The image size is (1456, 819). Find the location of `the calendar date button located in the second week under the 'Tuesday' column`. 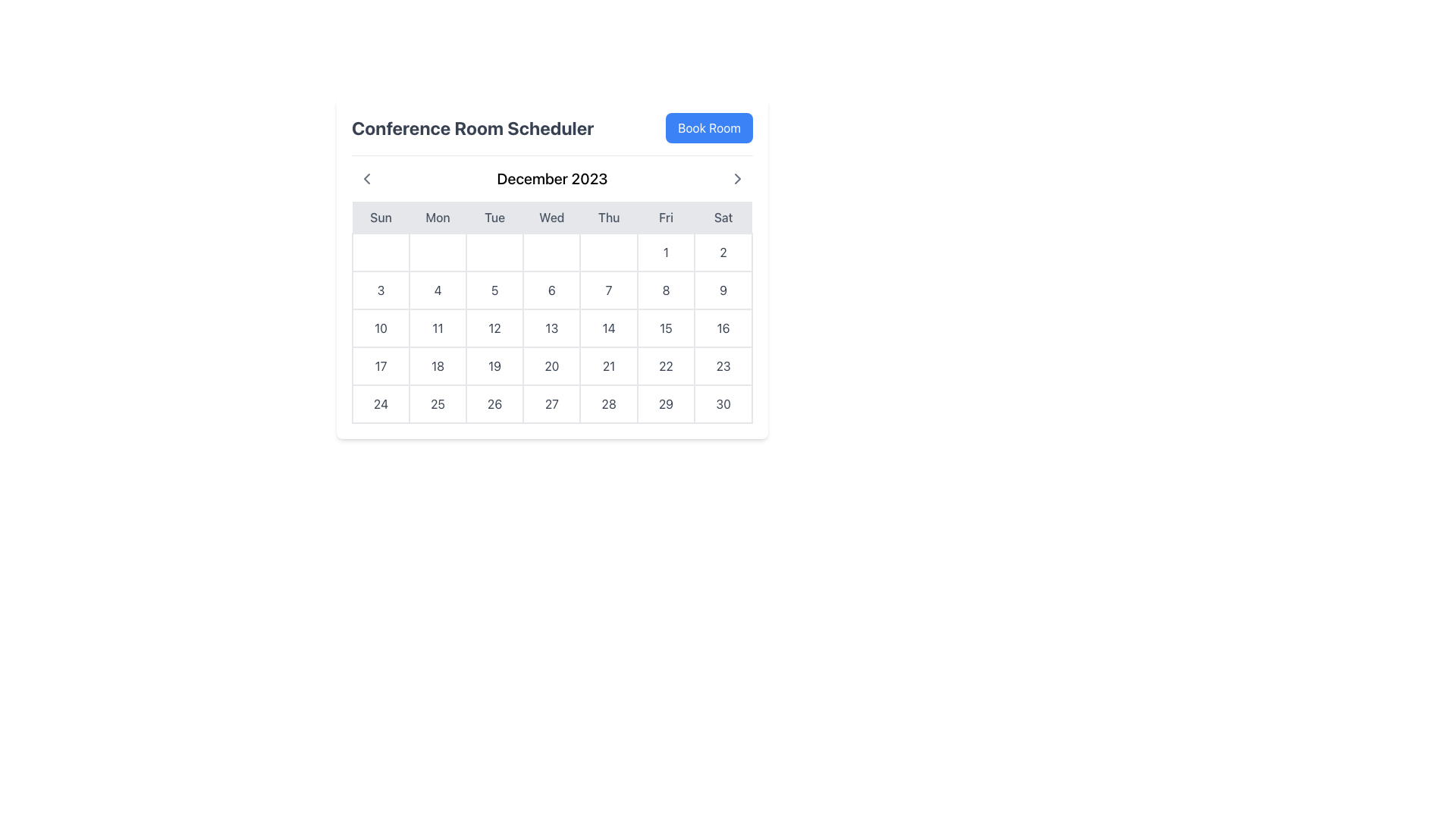

the calendar date button located in the second week under the 'Tuesday' column is located at coordinates (494, 290).